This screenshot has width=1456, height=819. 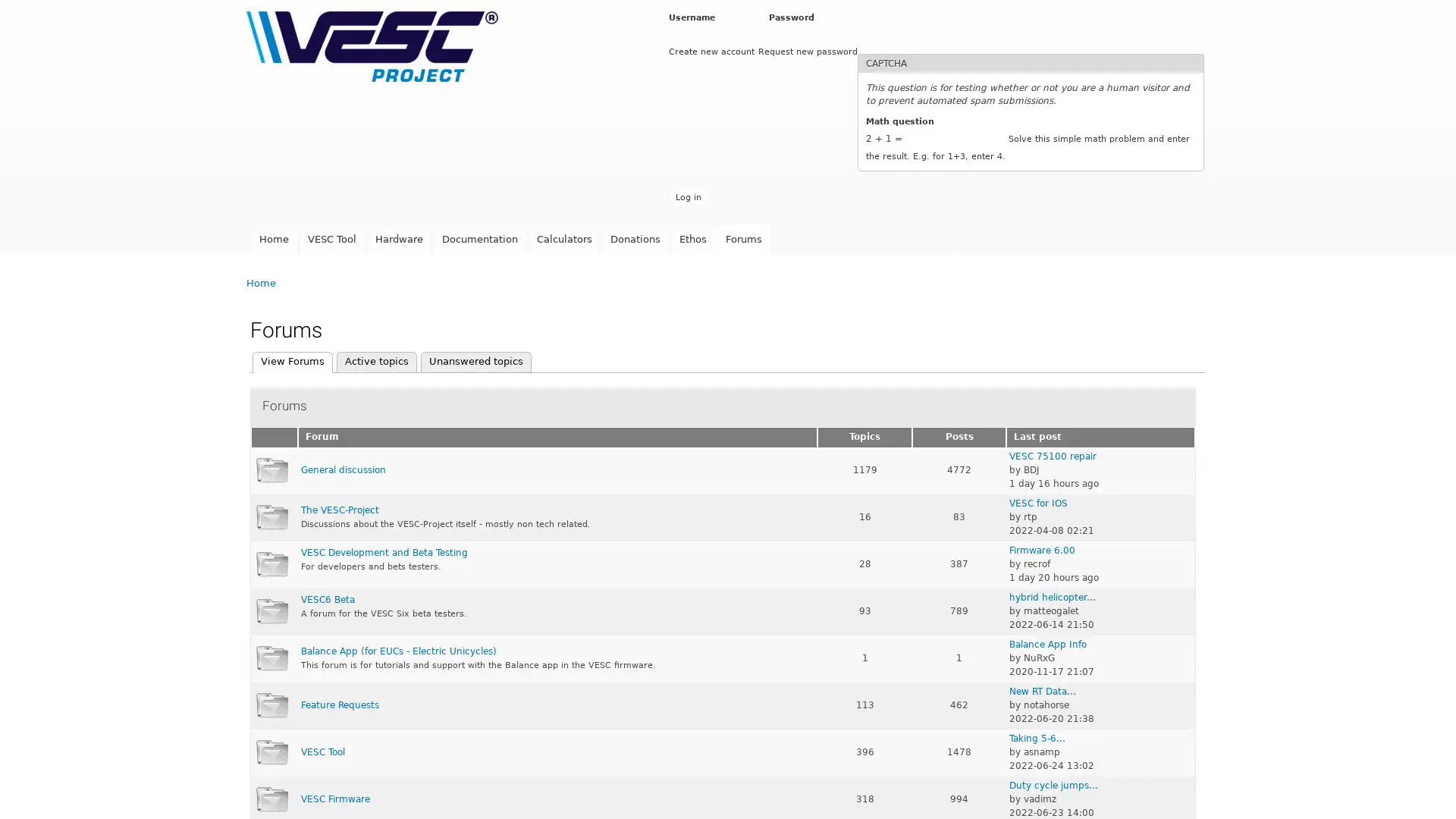 What do you see at coordinates (687, 196) in the screenshot?
I see `Log in` at bounding box center [687, 196].